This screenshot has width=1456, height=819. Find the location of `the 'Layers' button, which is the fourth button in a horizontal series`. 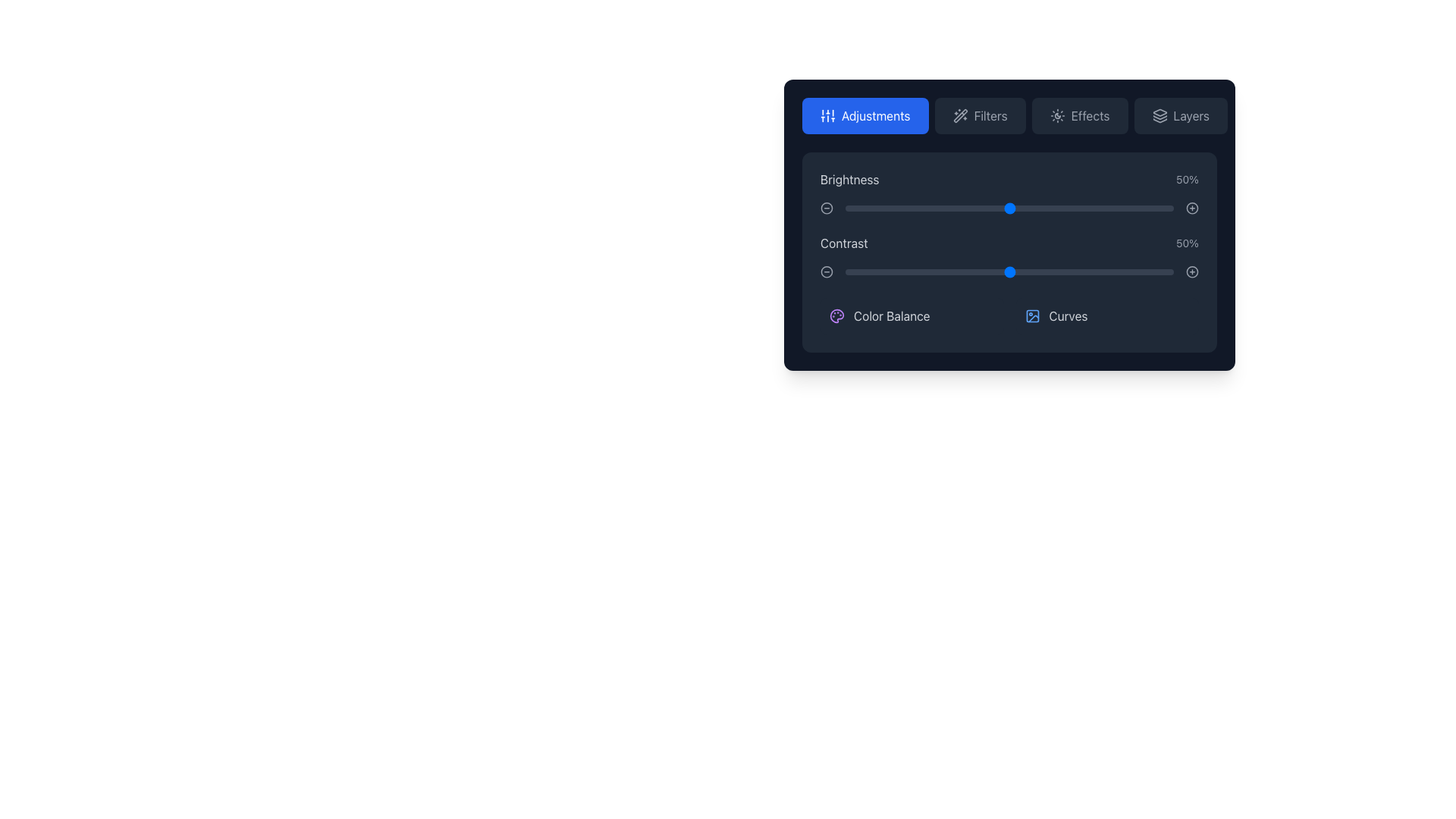

the 'Layers' button, which is the fourth button in a horizontal series is located at coordinates (1180, 115).